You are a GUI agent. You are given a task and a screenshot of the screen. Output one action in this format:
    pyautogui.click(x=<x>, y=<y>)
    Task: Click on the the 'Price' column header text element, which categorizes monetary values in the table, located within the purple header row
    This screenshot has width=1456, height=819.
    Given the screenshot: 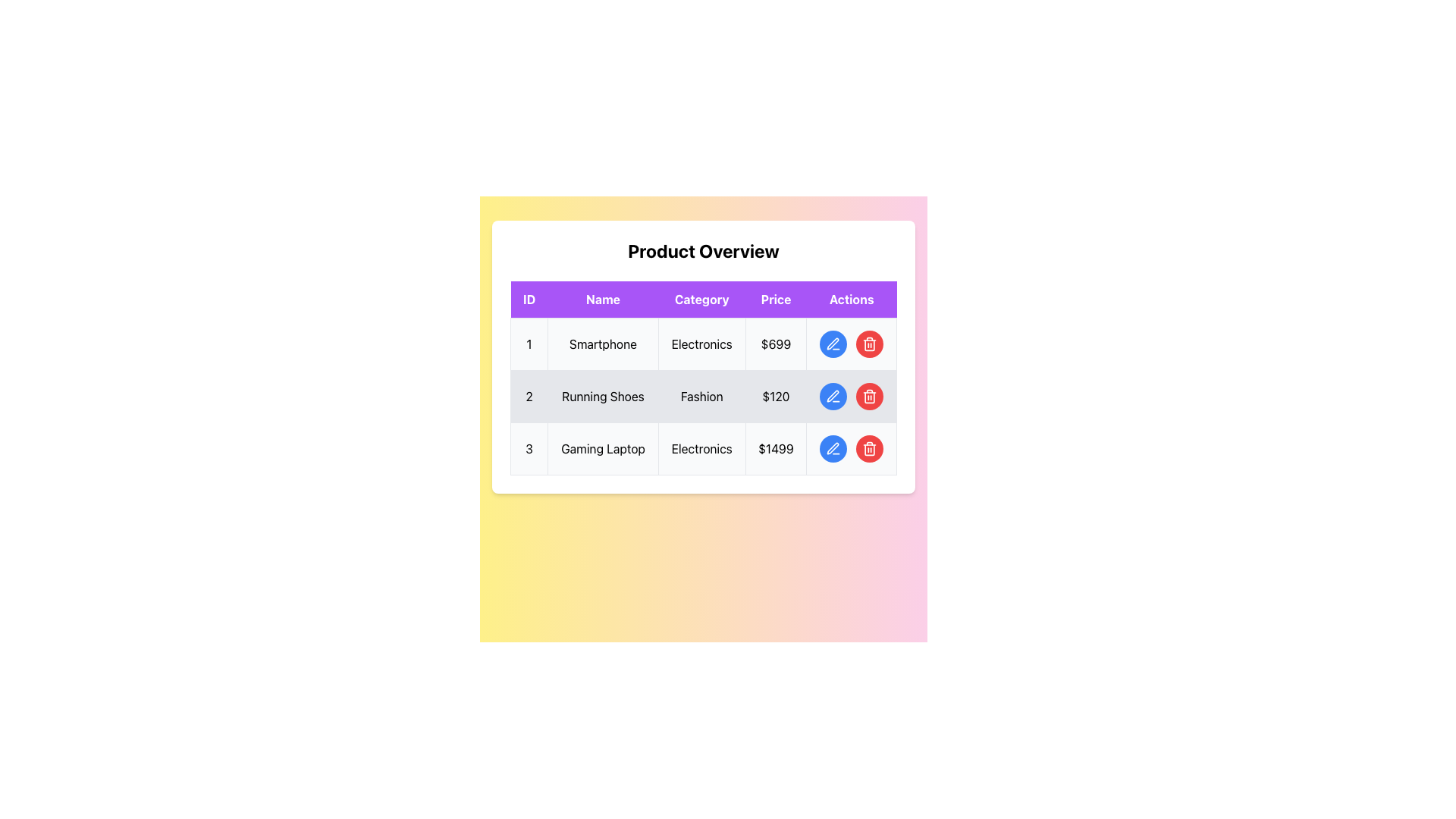 What is the action you would take?
    pyautogui.click(x=776, y=300)
    